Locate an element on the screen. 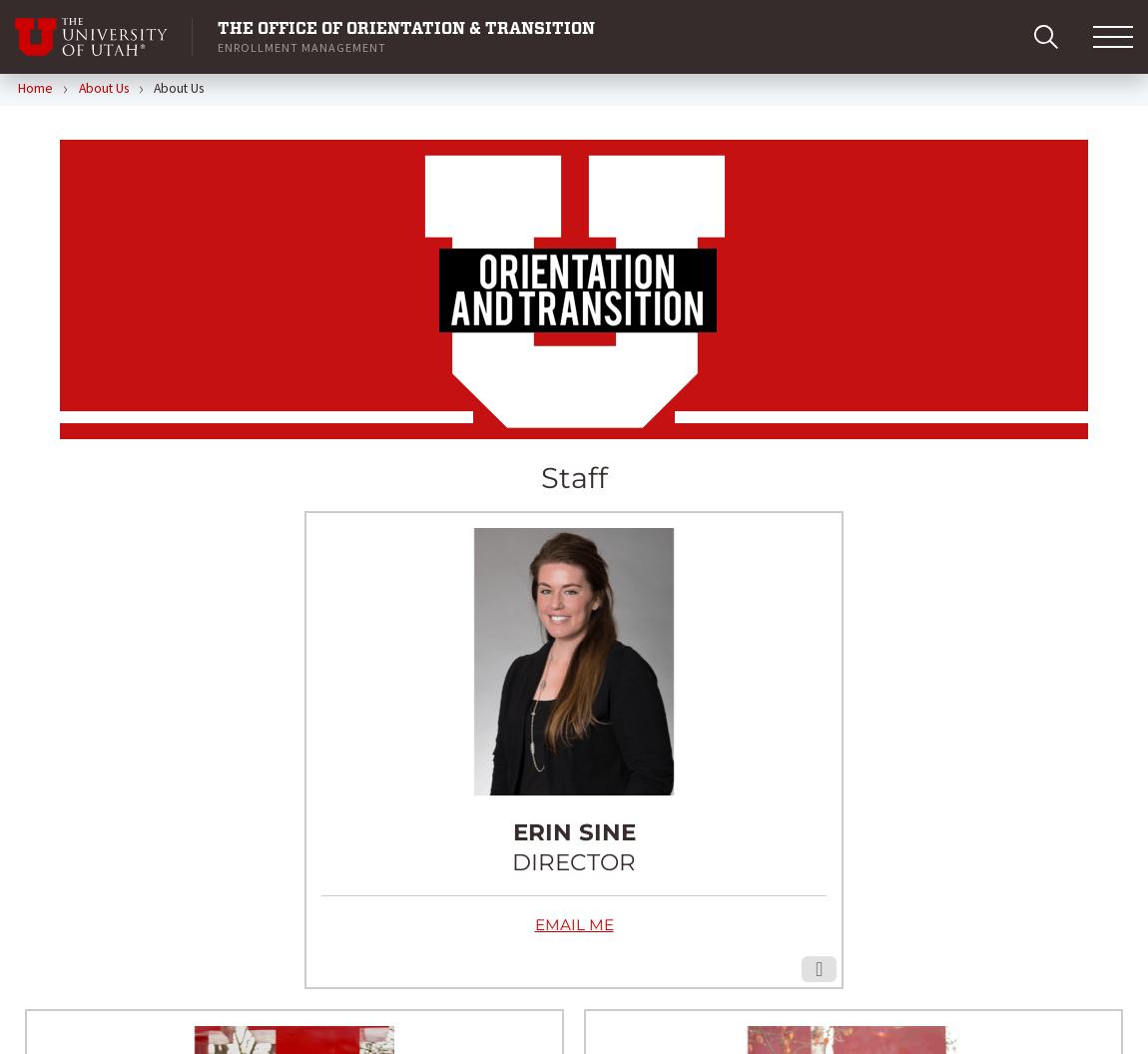 The width and height of the screenshot is (1148, 1054). 'The Office of Orientation & Transition' is located at coordinates (405, 27).